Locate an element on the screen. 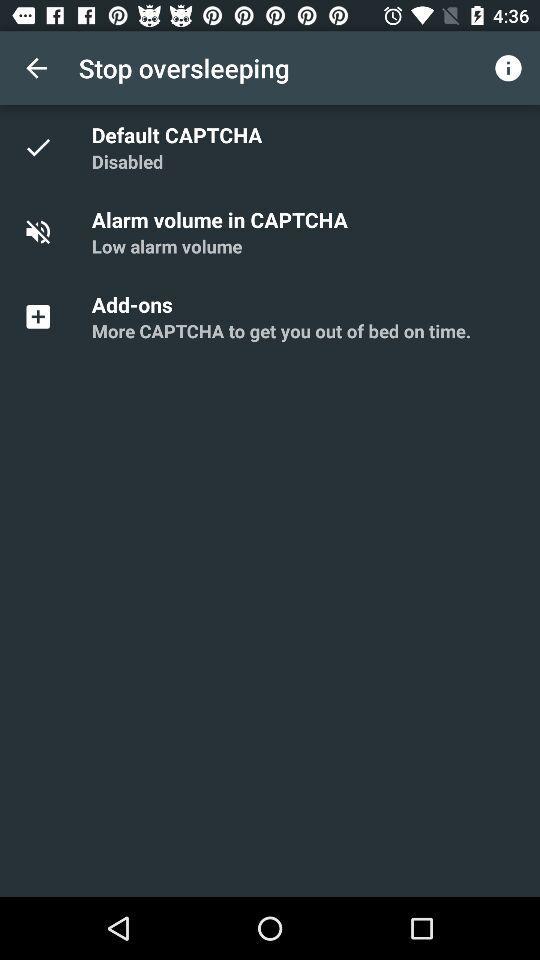  icon above the disabled is located at coordinates (180, 133).